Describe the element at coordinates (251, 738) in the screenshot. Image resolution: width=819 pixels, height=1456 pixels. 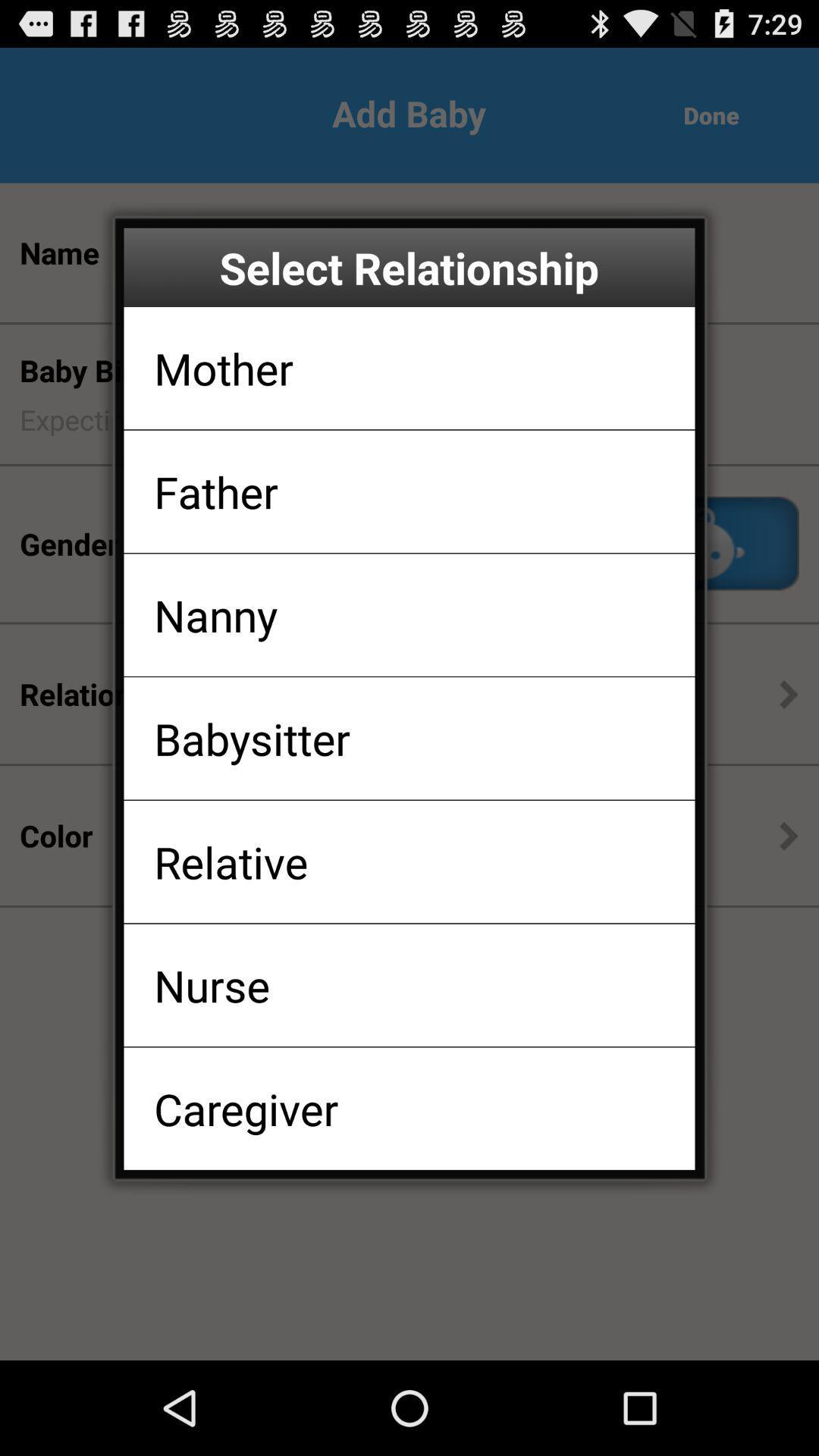
I see `the babysitter app` at that location.